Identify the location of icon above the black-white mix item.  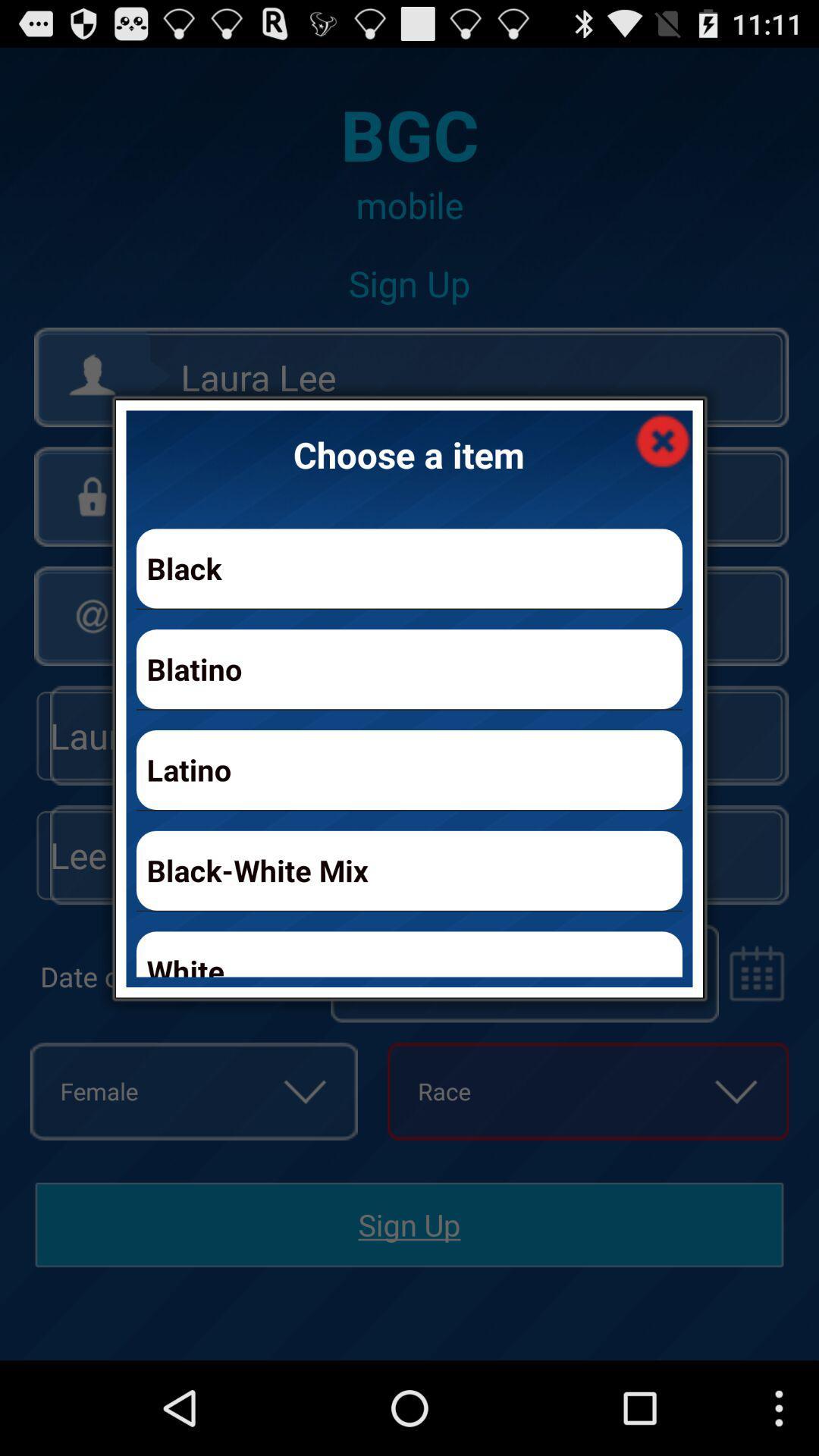
(409, 770).